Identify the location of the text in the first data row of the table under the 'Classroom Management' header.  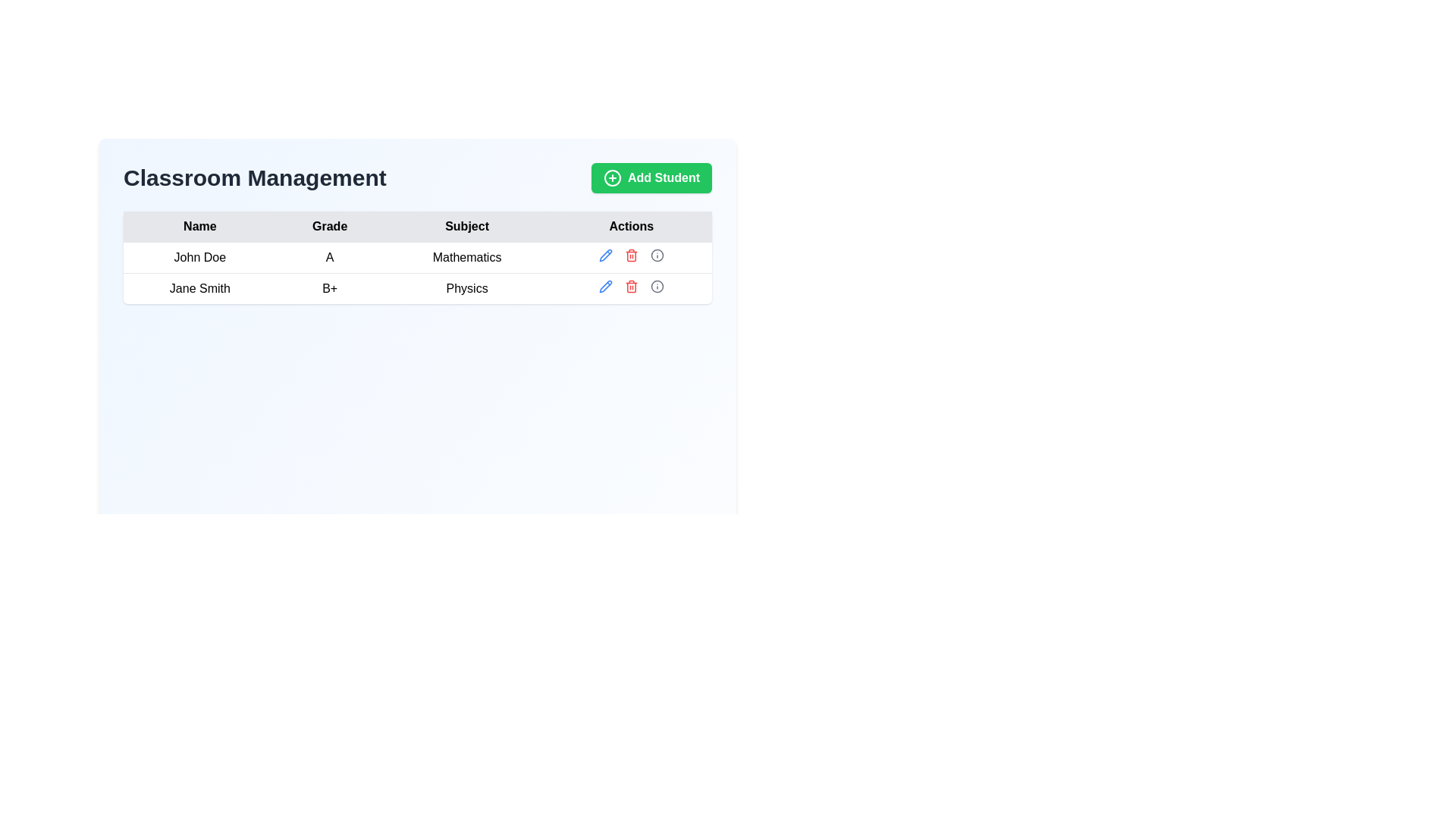
(418, 271).